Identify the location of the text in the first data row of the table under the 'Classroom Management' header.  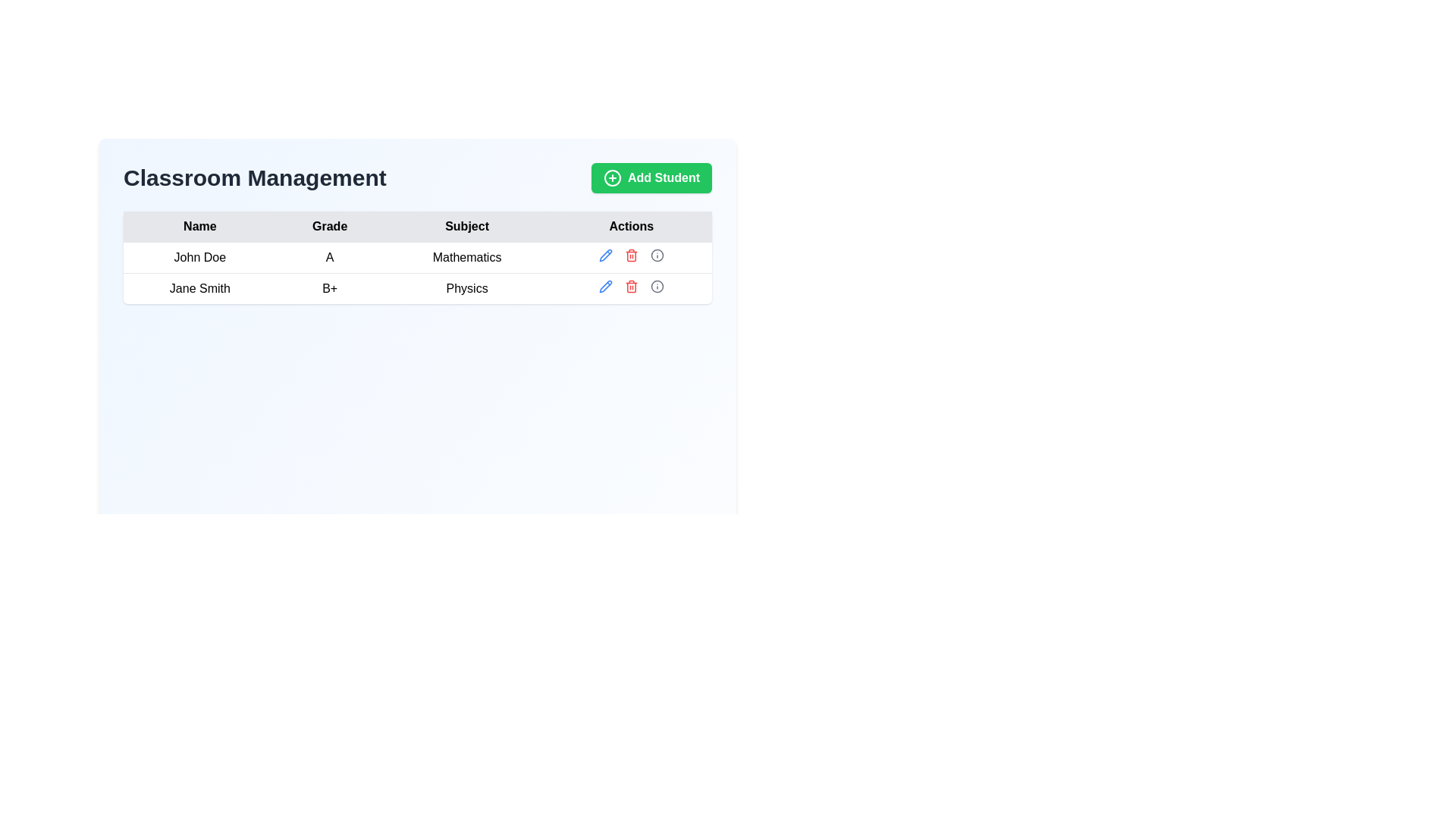
(418, 271).